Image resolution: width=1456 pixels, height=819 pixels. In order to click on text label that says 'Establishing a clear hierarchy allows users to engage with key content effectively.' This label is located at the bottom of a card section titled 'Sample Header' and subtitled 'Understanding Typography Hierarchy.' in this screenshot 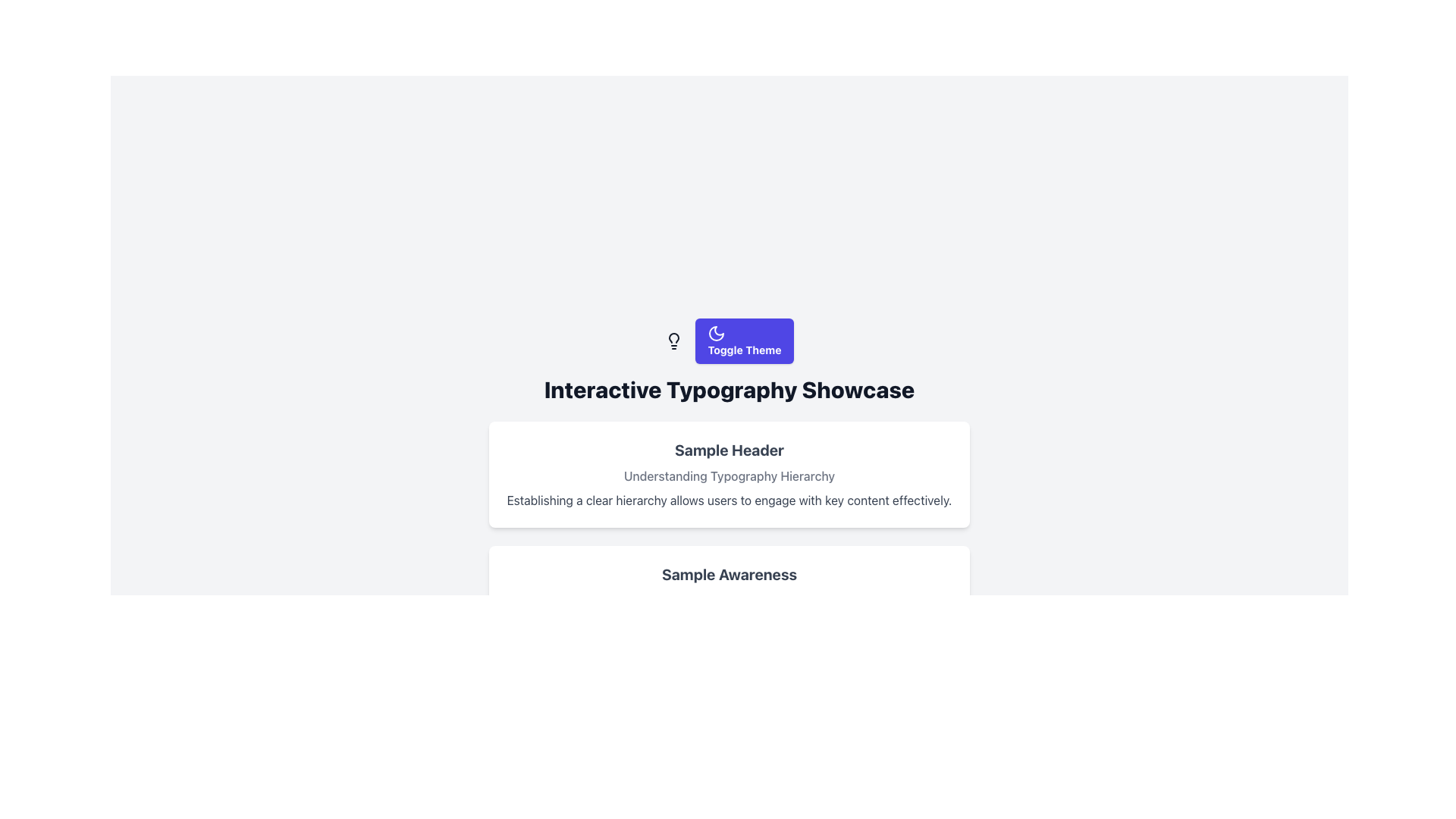, I will do `click(729, 500)`.